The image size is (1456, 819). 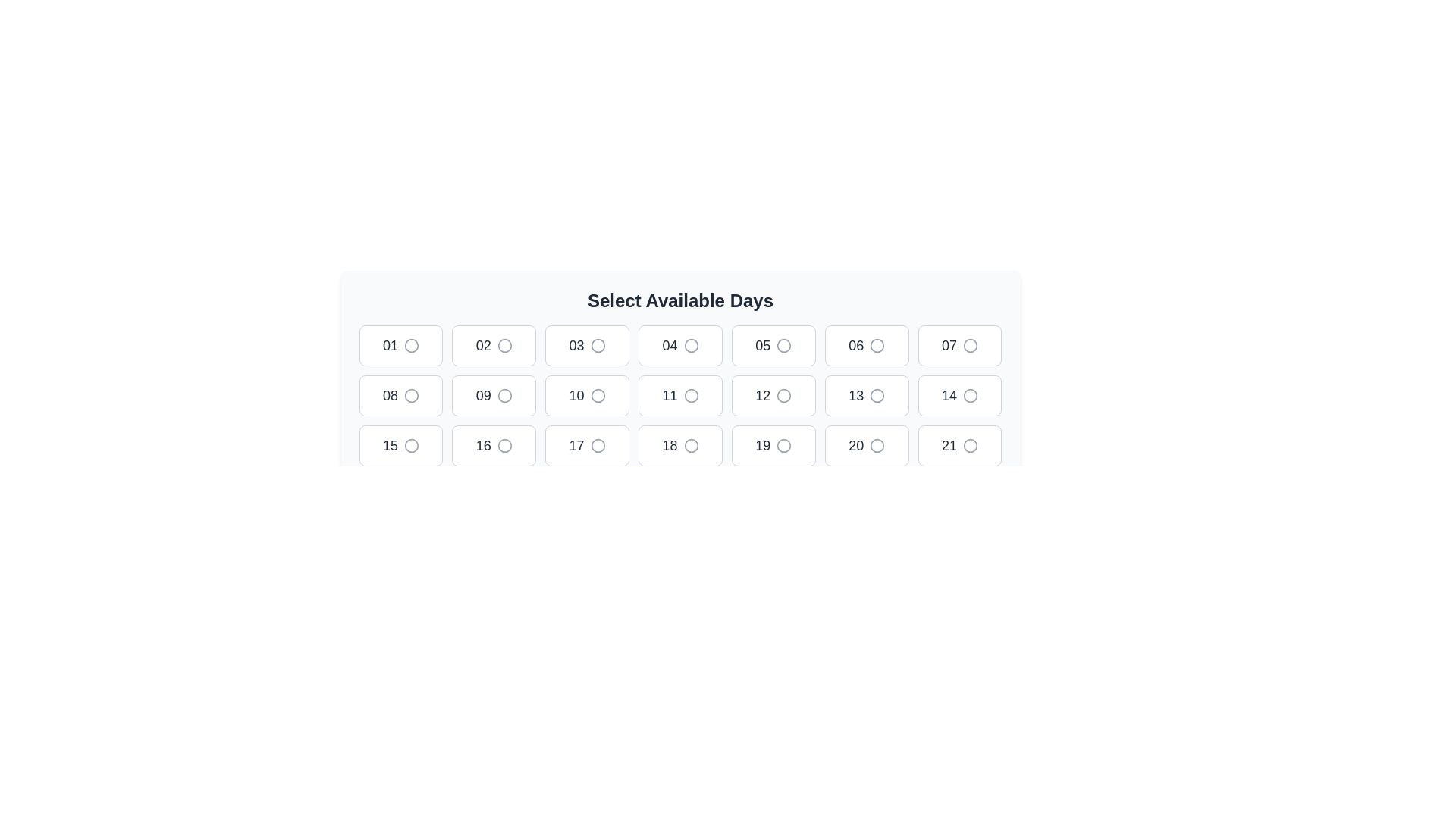 What do you see at coordinates (856, 444) in the screenshot?
I see `text label indicating the day number on the button located in the fourth row, second from the left in the selection interface` at bounding box center [856, 444].